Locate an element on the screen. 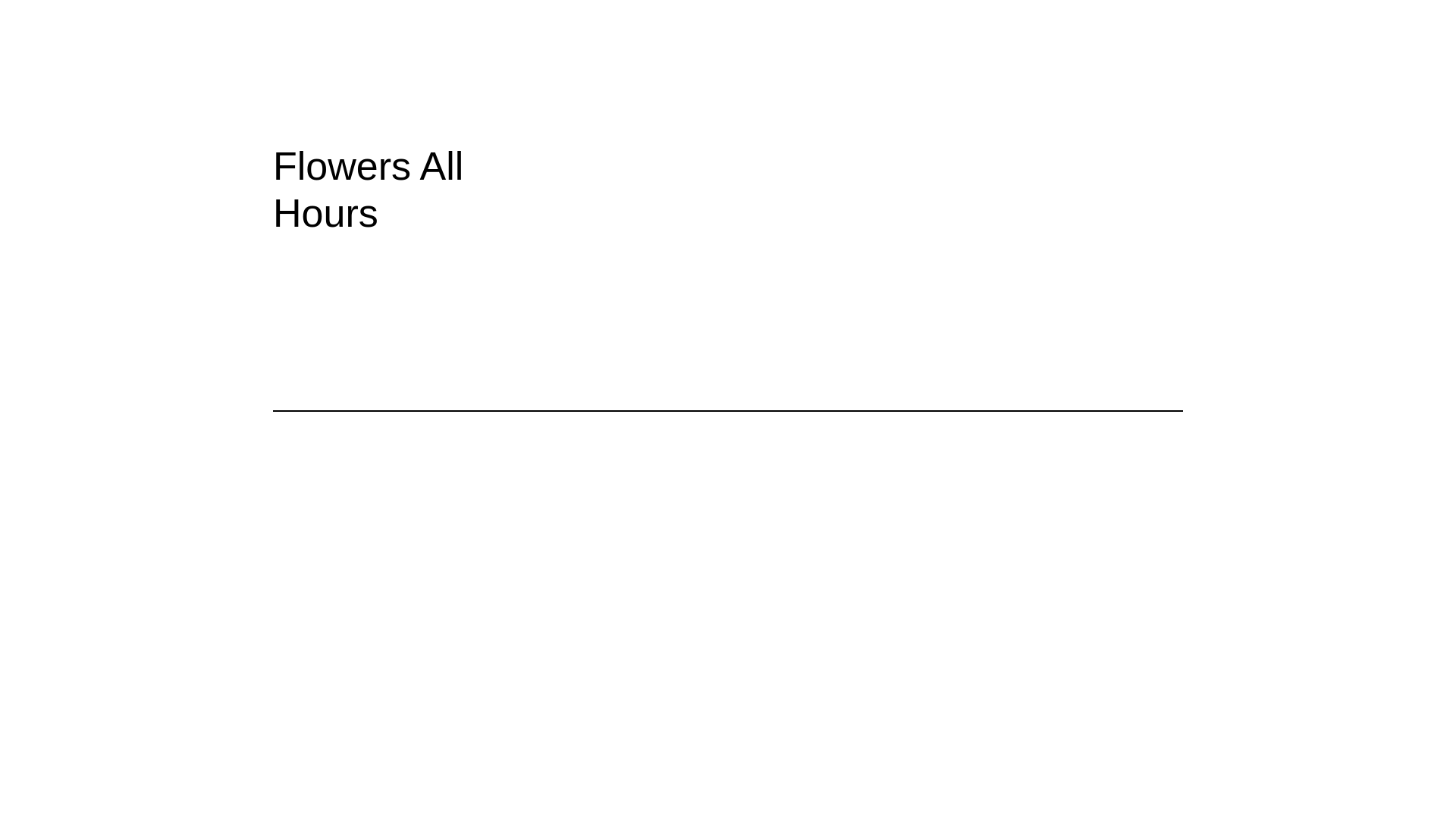  'Flowers All Hours' is located at coordinates (419, 189).